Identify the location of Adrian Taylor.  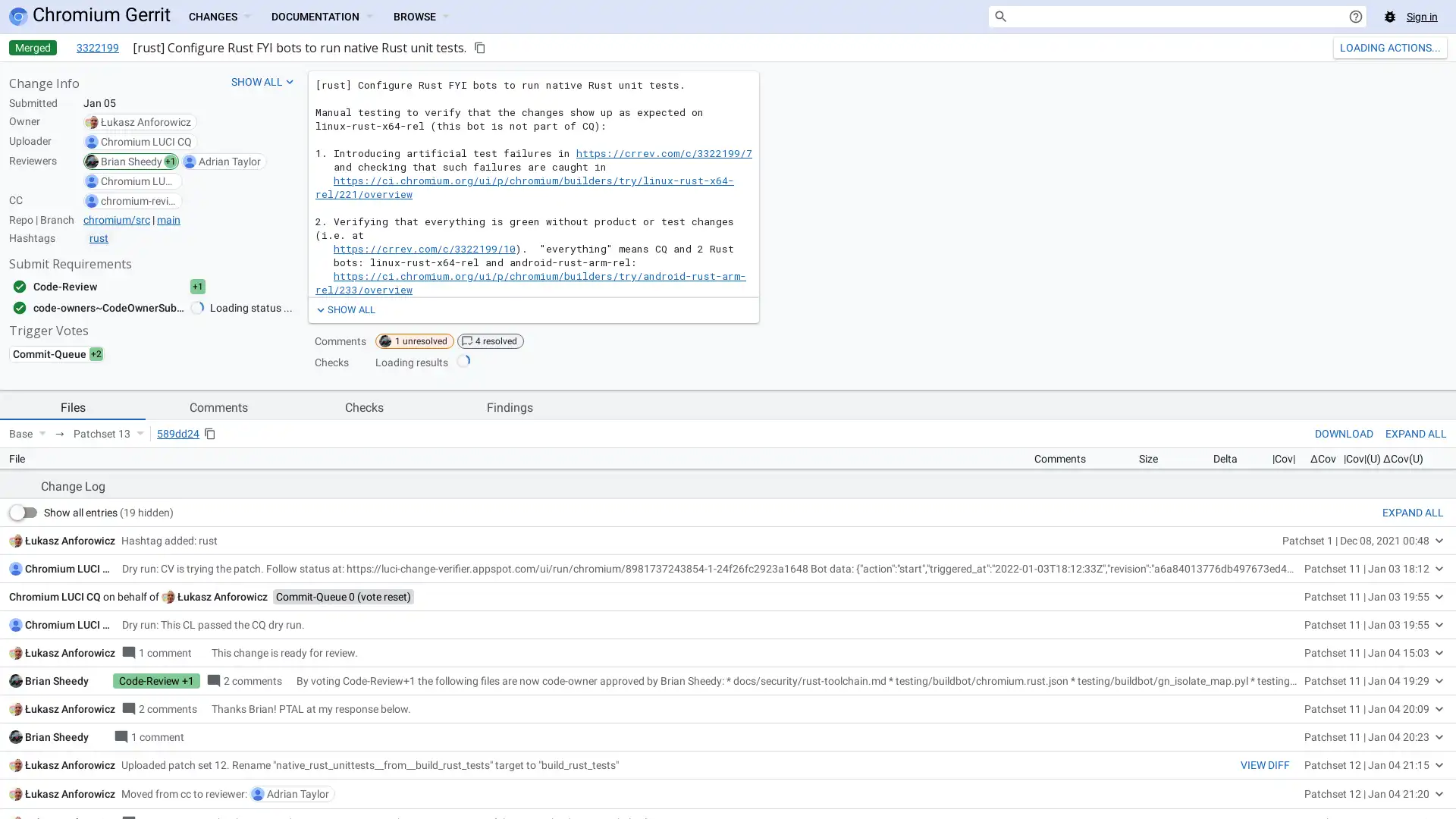
(228, 161).